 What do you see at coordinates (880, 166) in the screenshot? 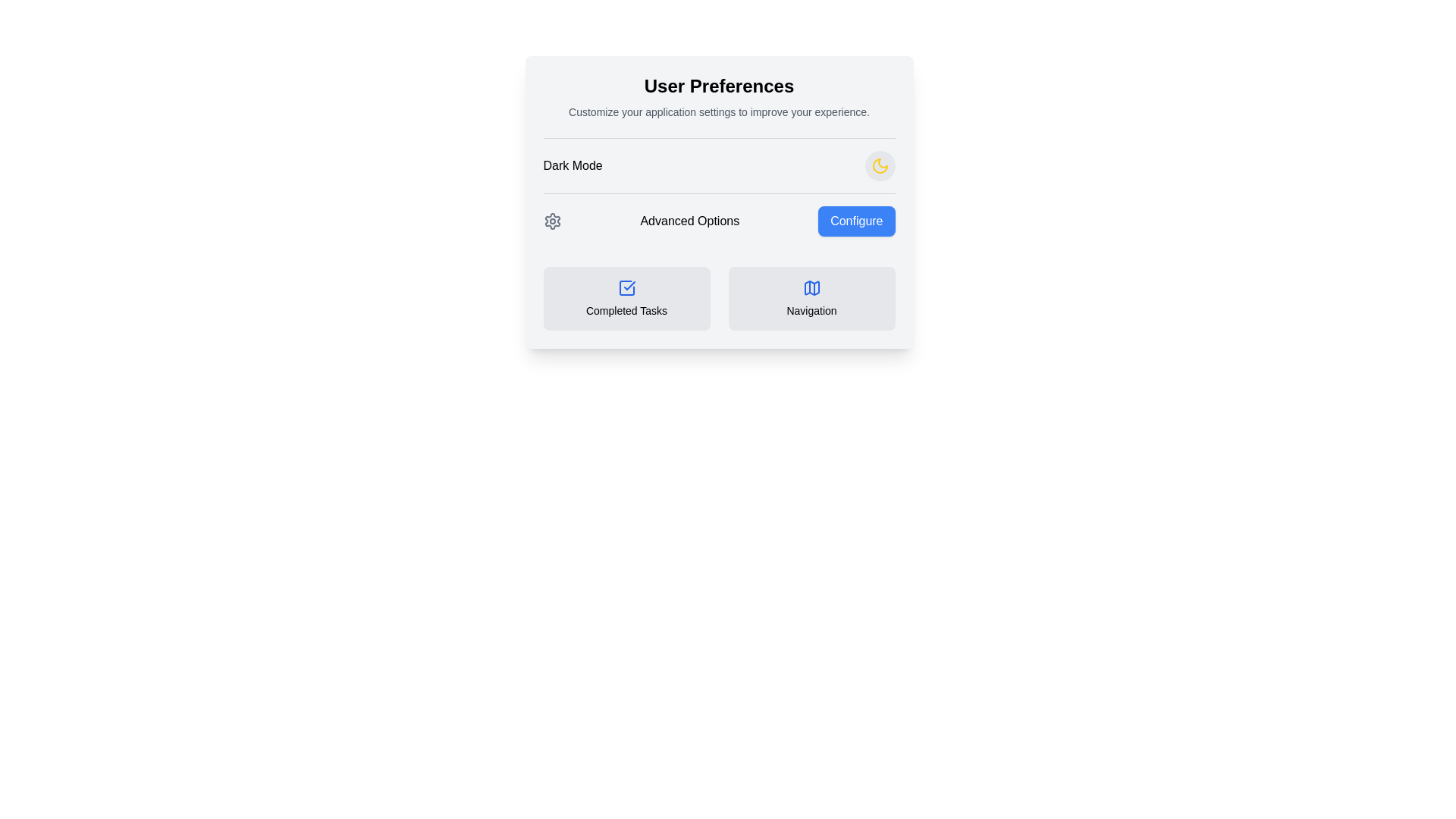
I see `the toggle button for switching between light and dark modes, located` at bounding box center [880, 166].